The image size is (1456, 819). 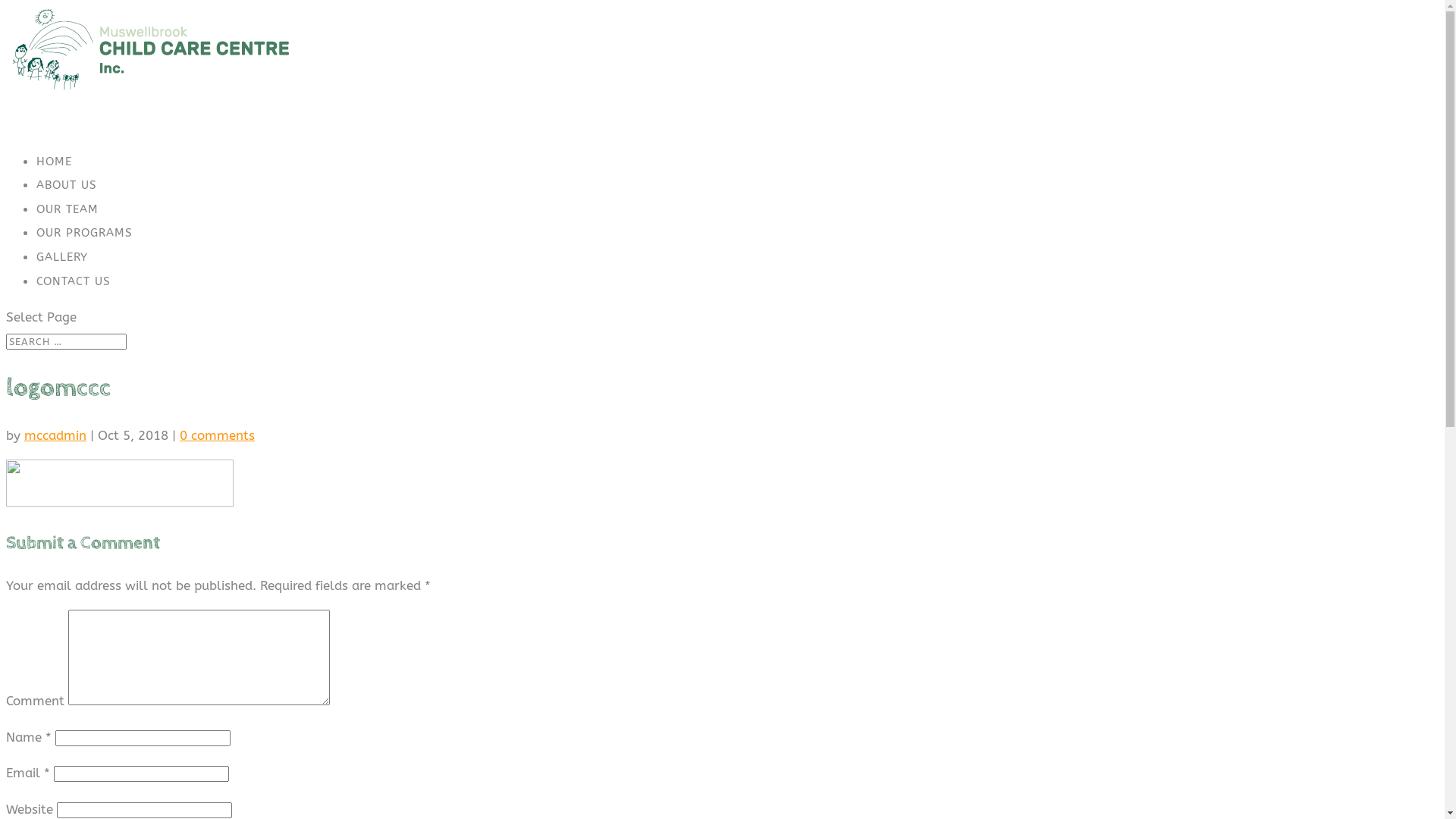 What do you see at coordinates (179, 435) in the screenshot?
I see `'0 comments'` at bounding box center [179, 435].